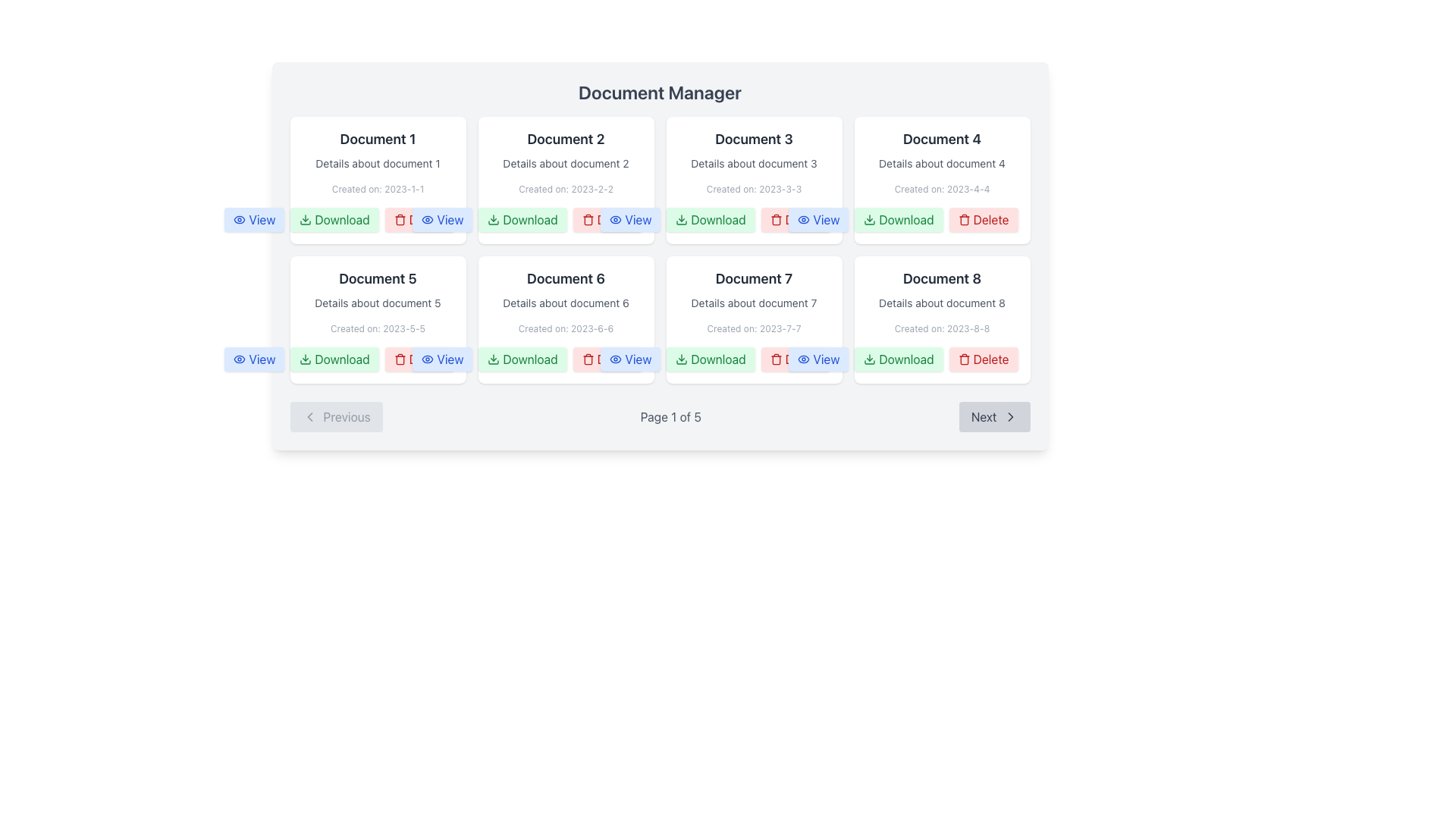 The width and height of the screenshot is (1456, 819). I want to click on the 'Download' button with a green background and text, located in the second row of the grid layout under 'Document 7', to initiate a download, so click(710, 359).